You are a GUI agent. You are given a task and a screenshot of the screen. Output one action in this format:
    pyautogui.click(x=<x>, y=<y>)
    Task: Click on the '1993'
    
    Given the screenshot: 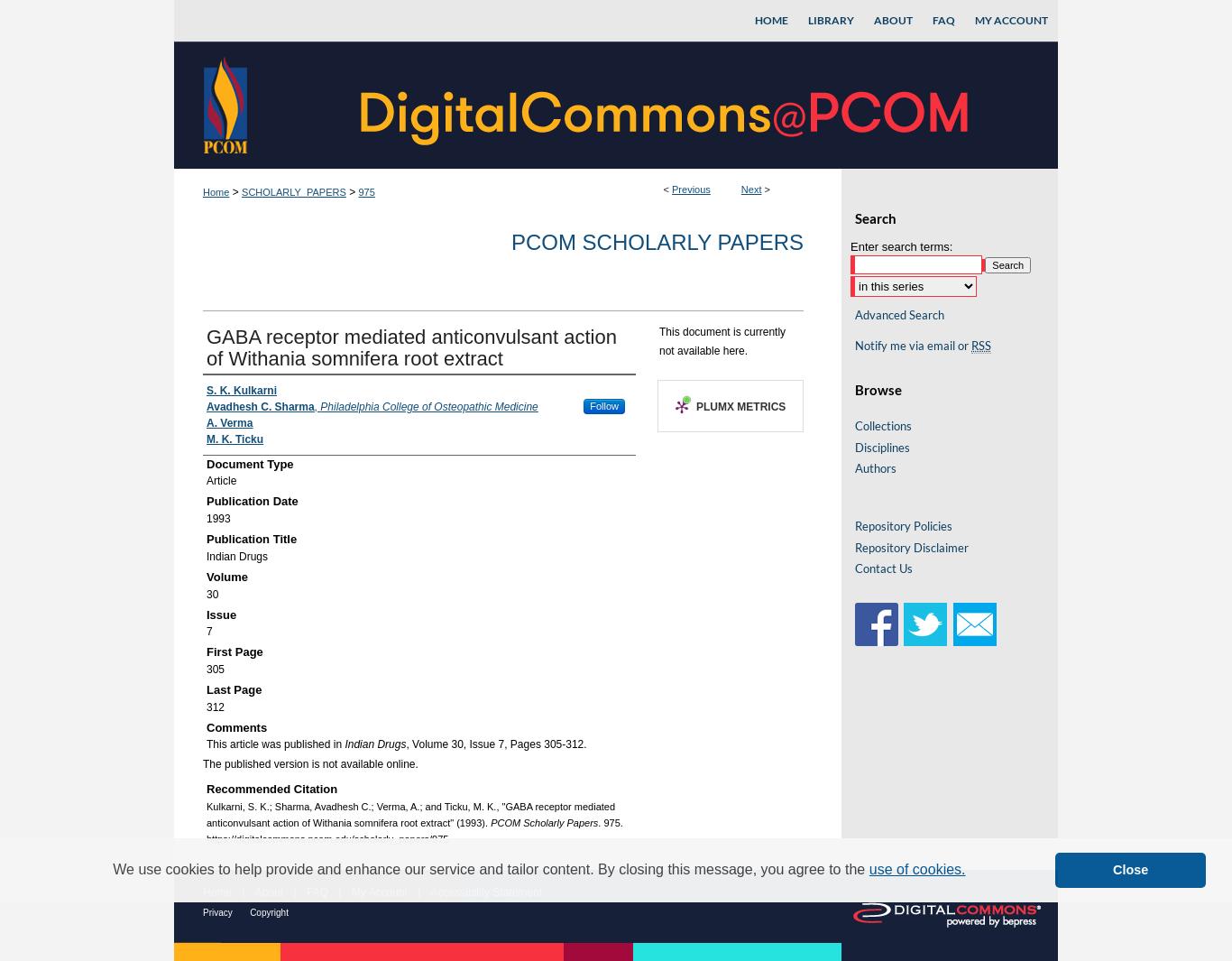 What is the action you would take?
    pyautogui.click(x=218, y=518)
    